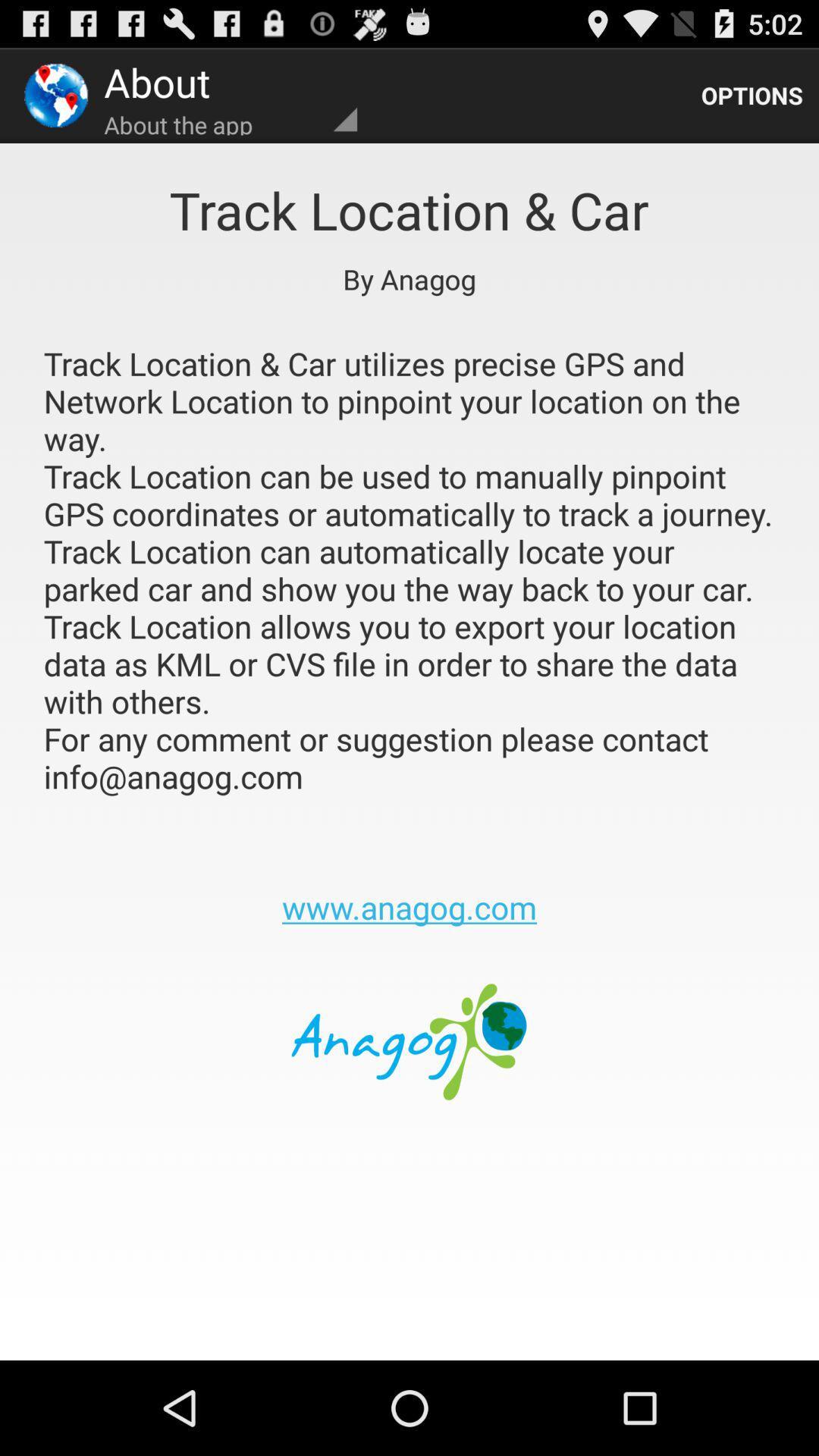 This screenshot has height=1456, width=819. I want to click on the app to the right of about the app icon, so click(752, 94).